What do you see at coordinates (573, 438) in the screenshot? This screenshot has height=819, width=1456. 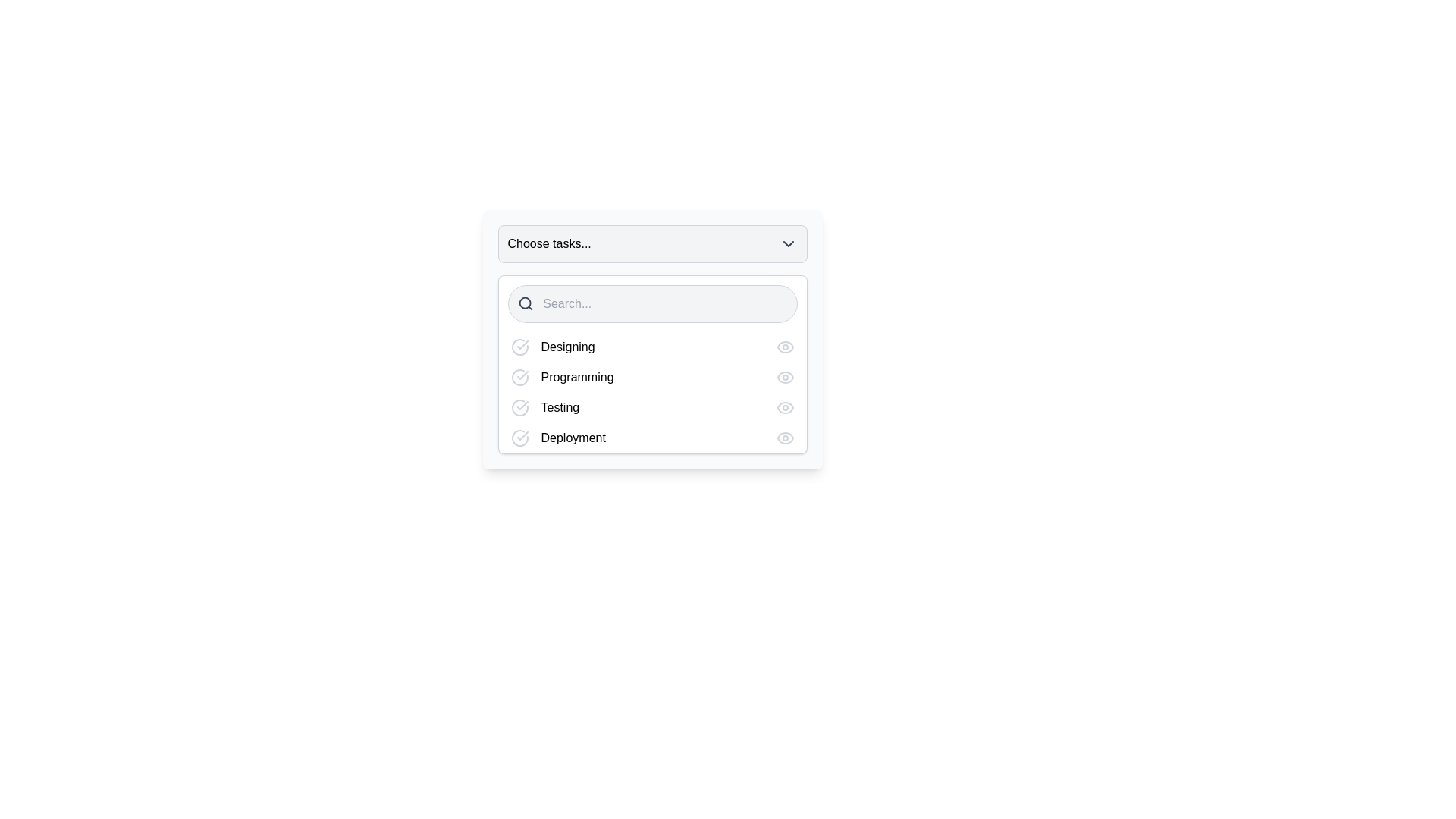 I see `text of the task name label located in the fourth row of the task list, positioned to the right of a circular checkmark icon and to the left of a visibility icon` at bounding box center [573, 438].